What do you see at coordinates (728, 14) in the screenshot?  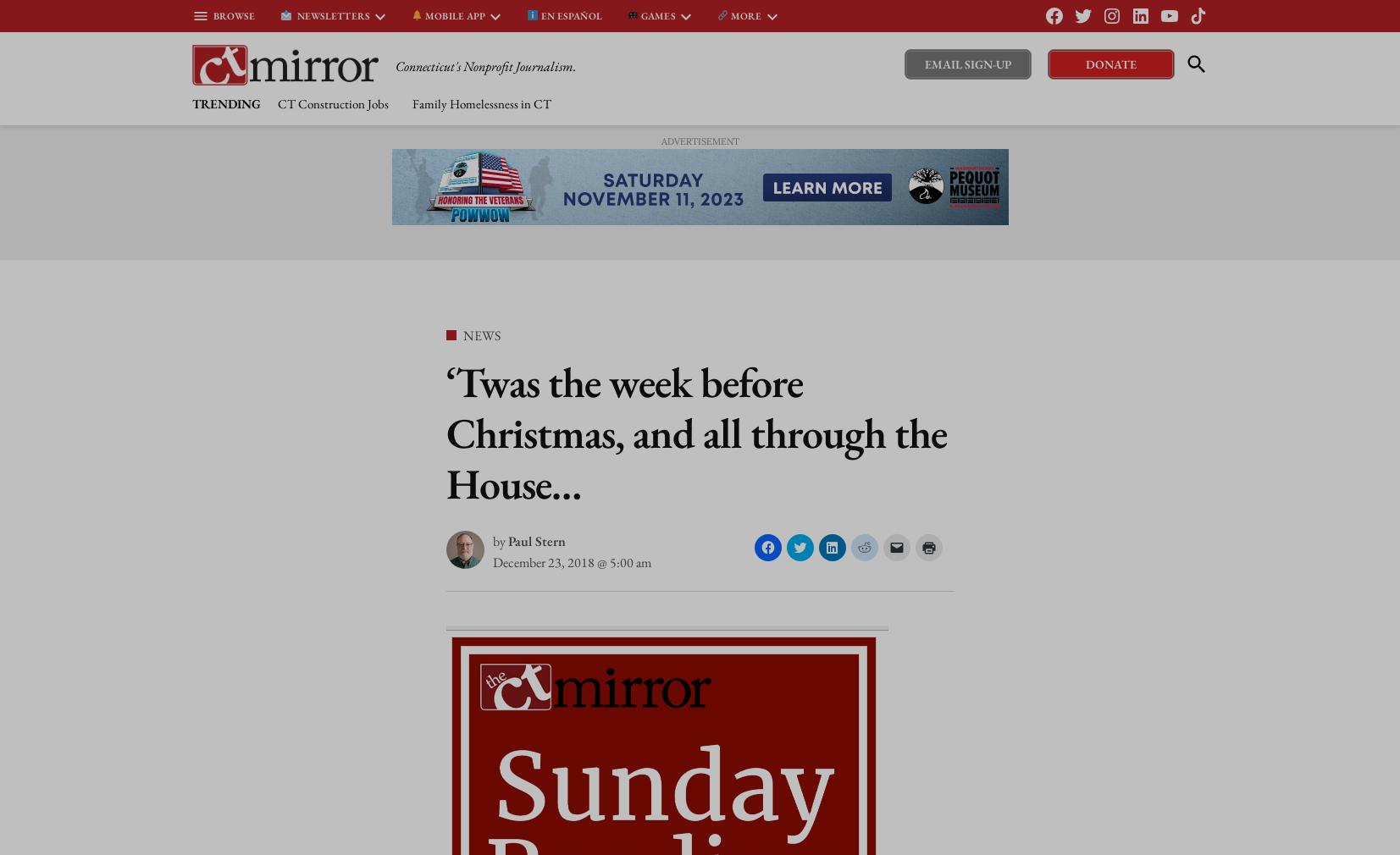 I see `'More'` at bounding box center [728, 14].